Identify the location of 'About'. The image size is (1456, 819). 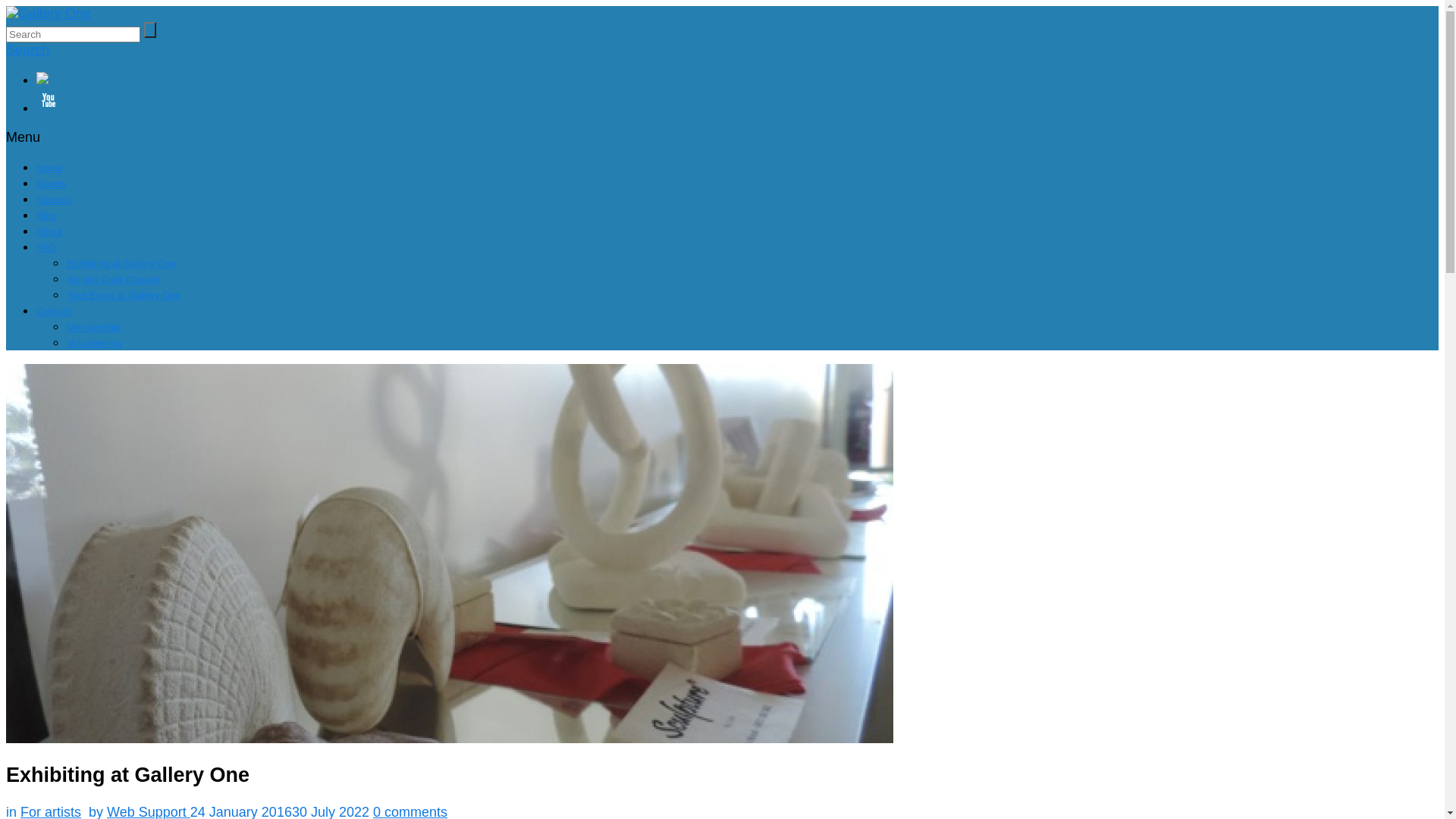
(49, 231).